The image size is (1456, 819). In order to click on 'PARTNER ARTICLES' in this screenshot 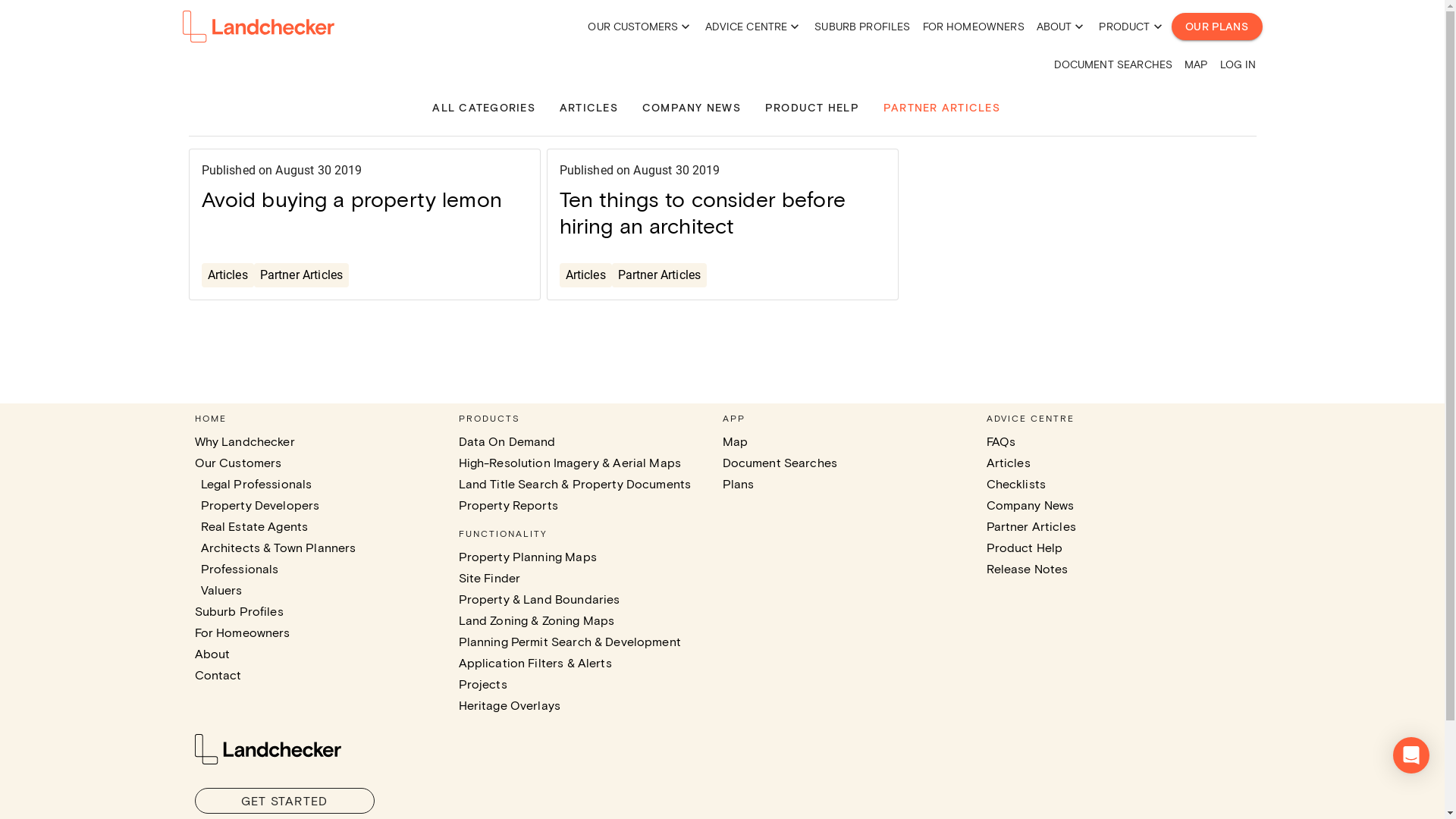, I will do `click(883, 106)`.